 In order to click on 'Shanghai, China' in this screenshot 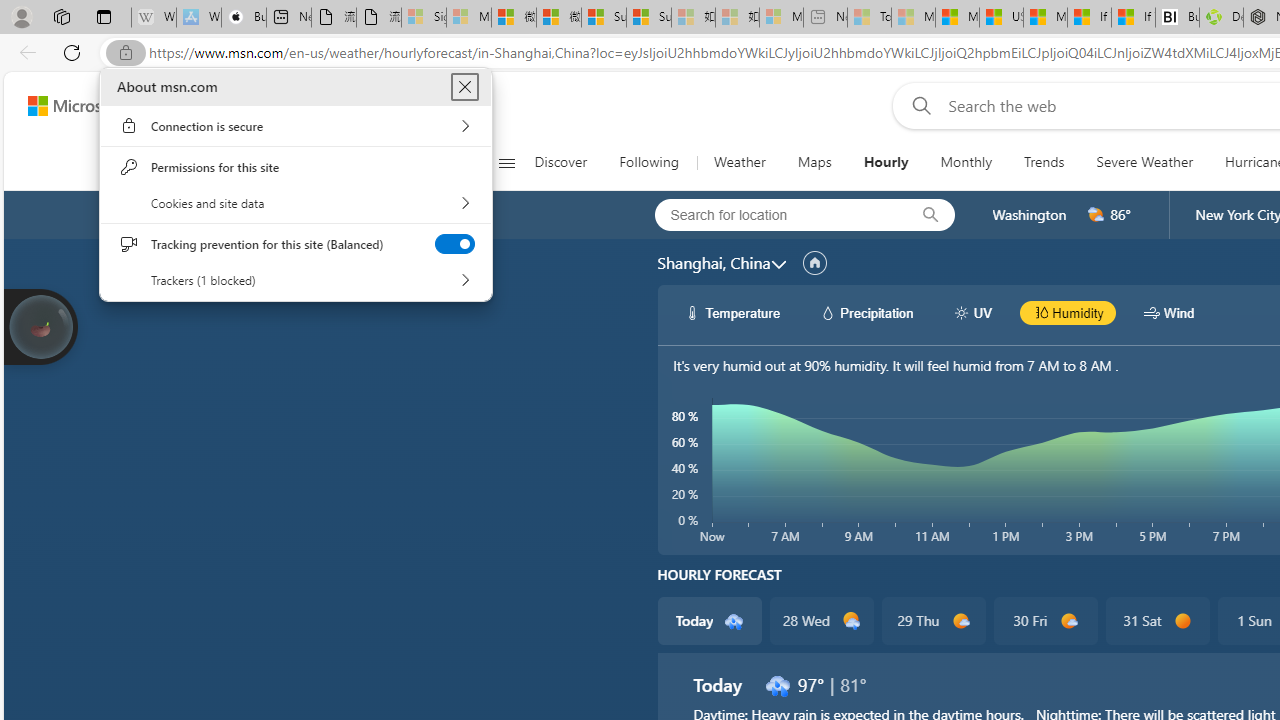, I will do `click(713, 262)`.